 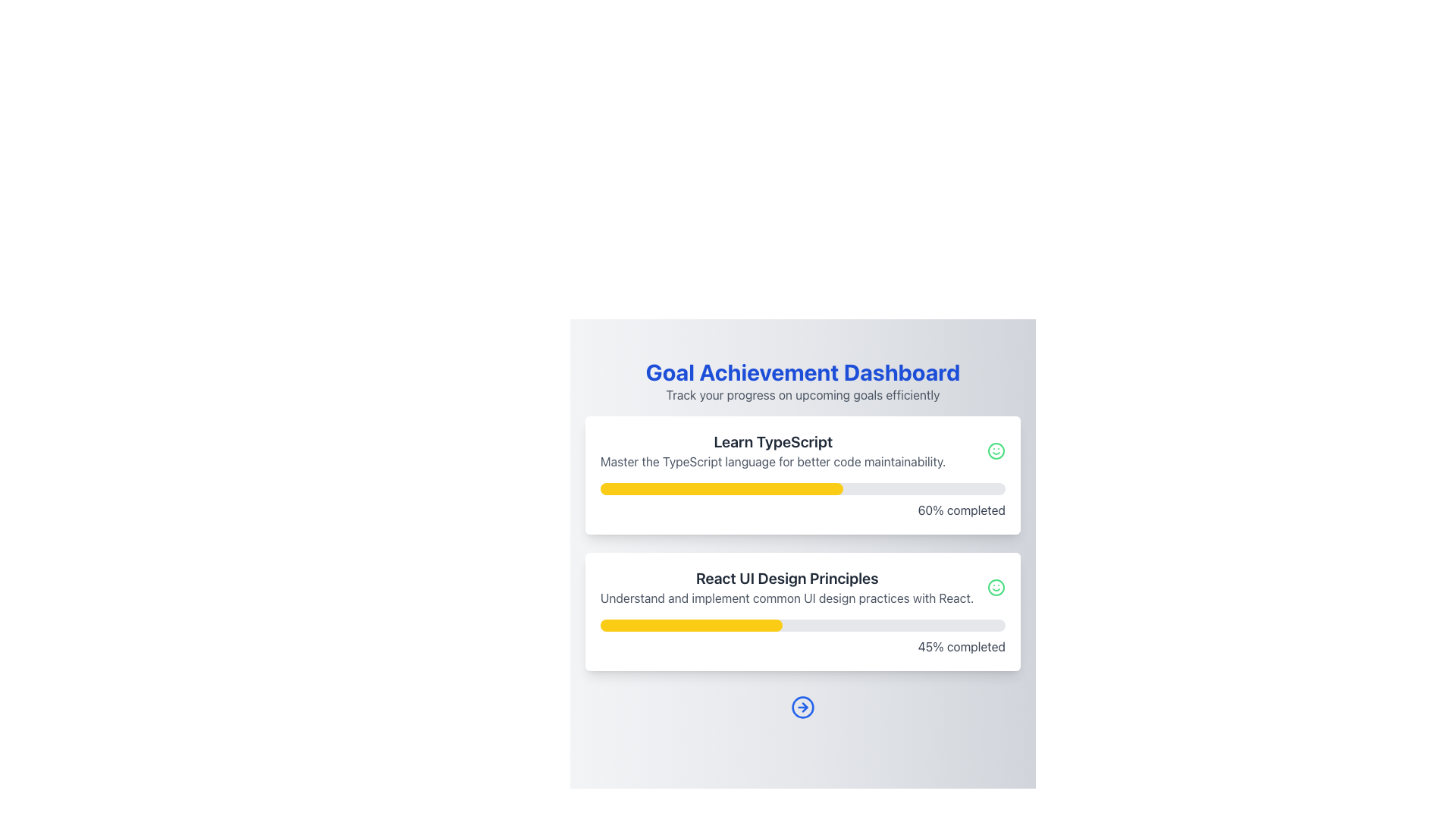 What do you see at coordinates (691, 626) in the screenshot?
I see `the progress bar indicator displaying 45% completion for 'React UI Design Principles' in the 'Goal Achievement Dashboard' interface` at bounding box center [691, 626].